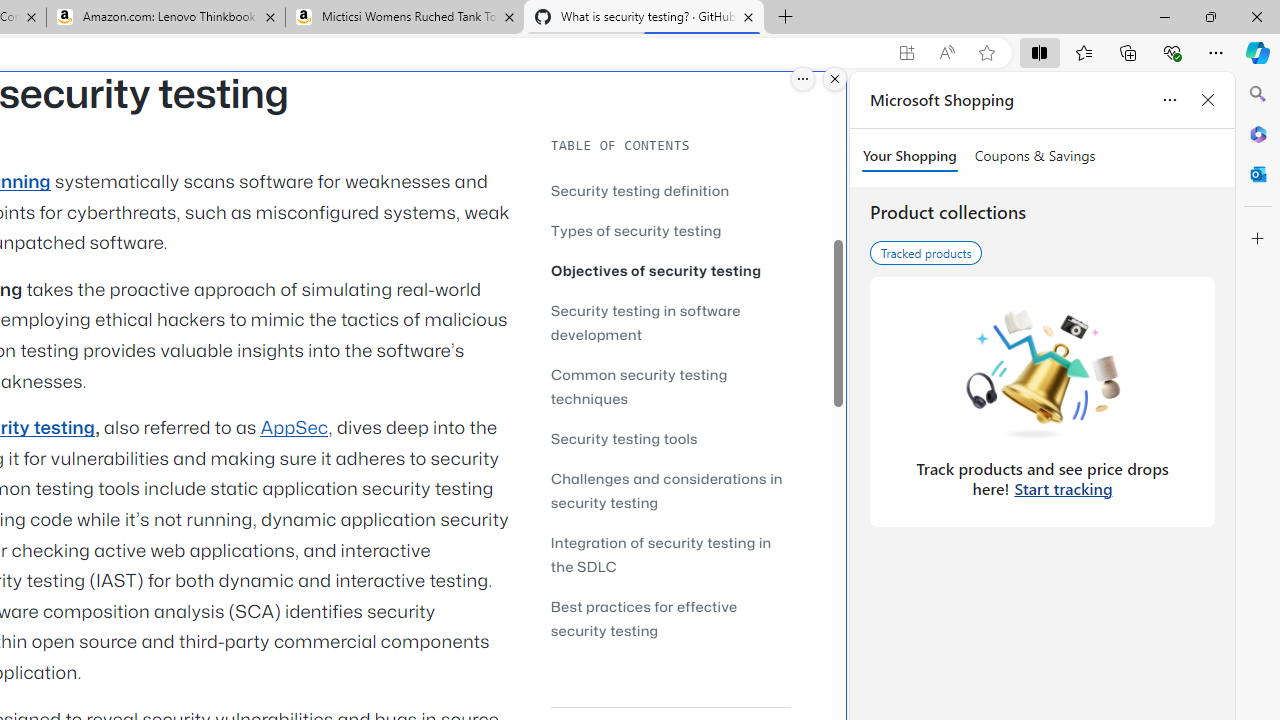 This screenshot has height=720, width=1280. What do you see at coordinates (670, 386) in the screenshot?
I see `'Common security testing techniques'` at bounding box center [670, 386].